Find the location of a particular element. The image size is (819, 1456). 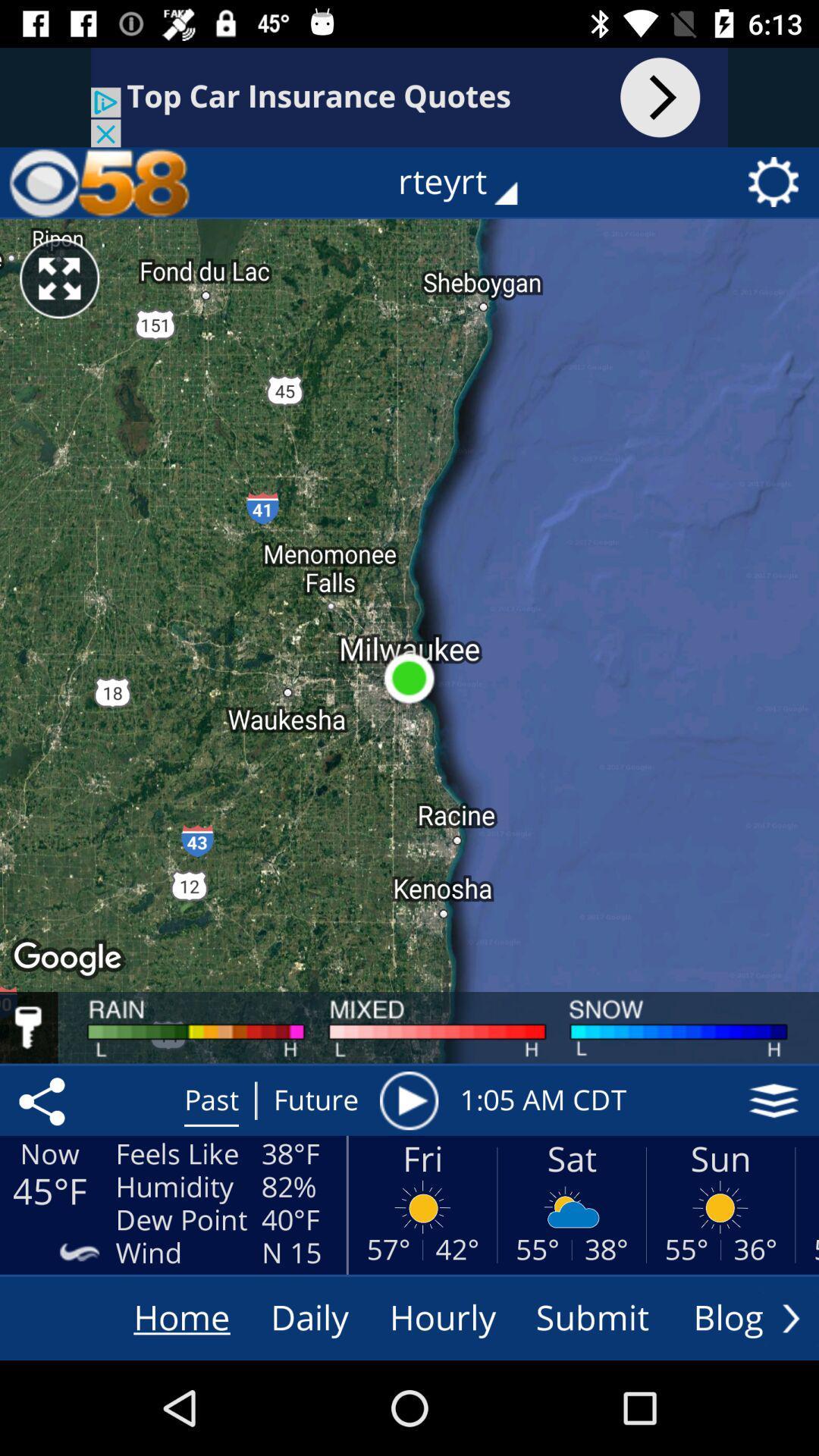

the icon next to the 1 05 am item is located at coordinates (408, 1100).